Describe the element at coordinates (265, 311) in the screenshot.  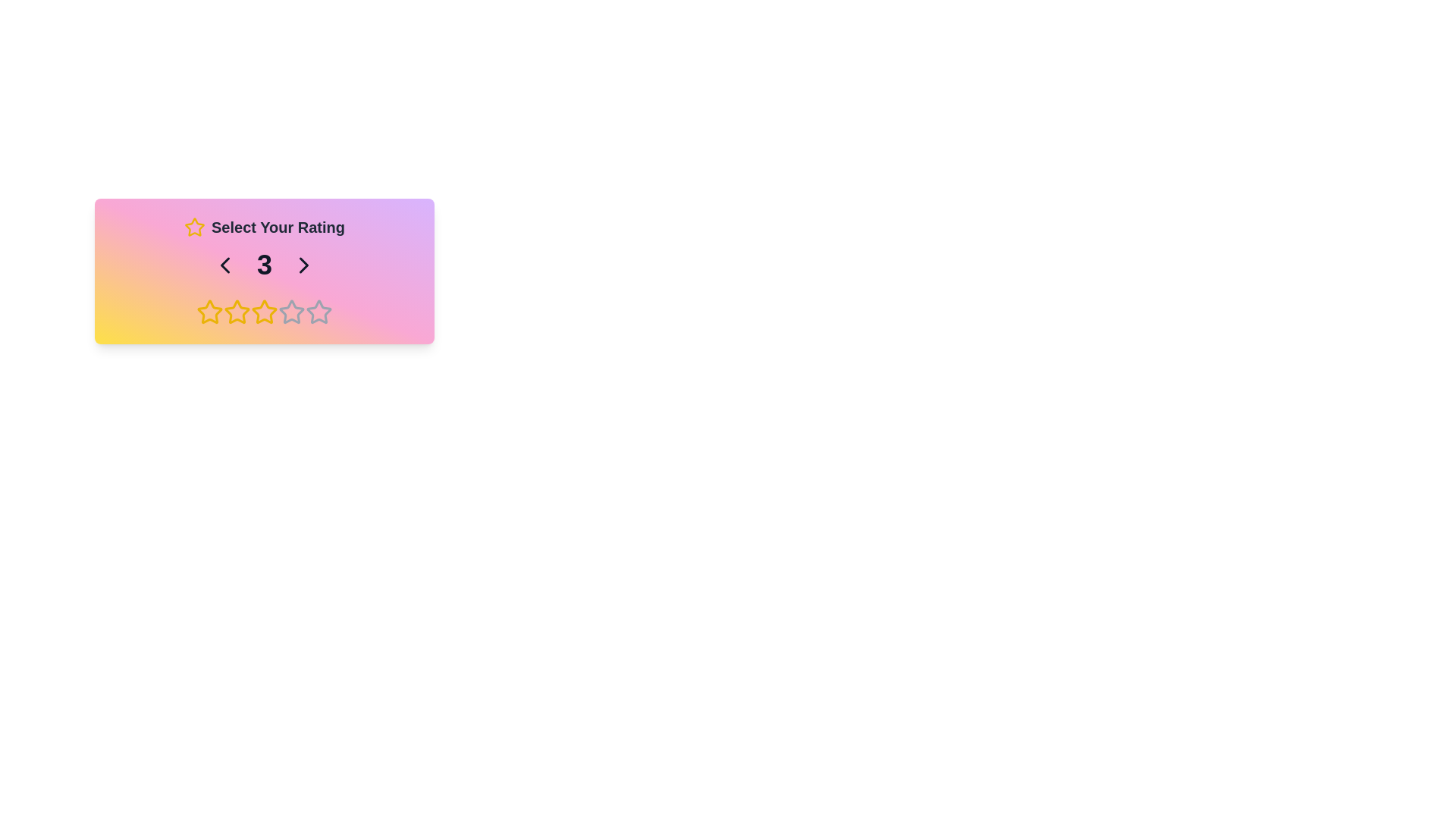
I see `the selected yellow star icon, which is the third in a row of five stars` at that location.